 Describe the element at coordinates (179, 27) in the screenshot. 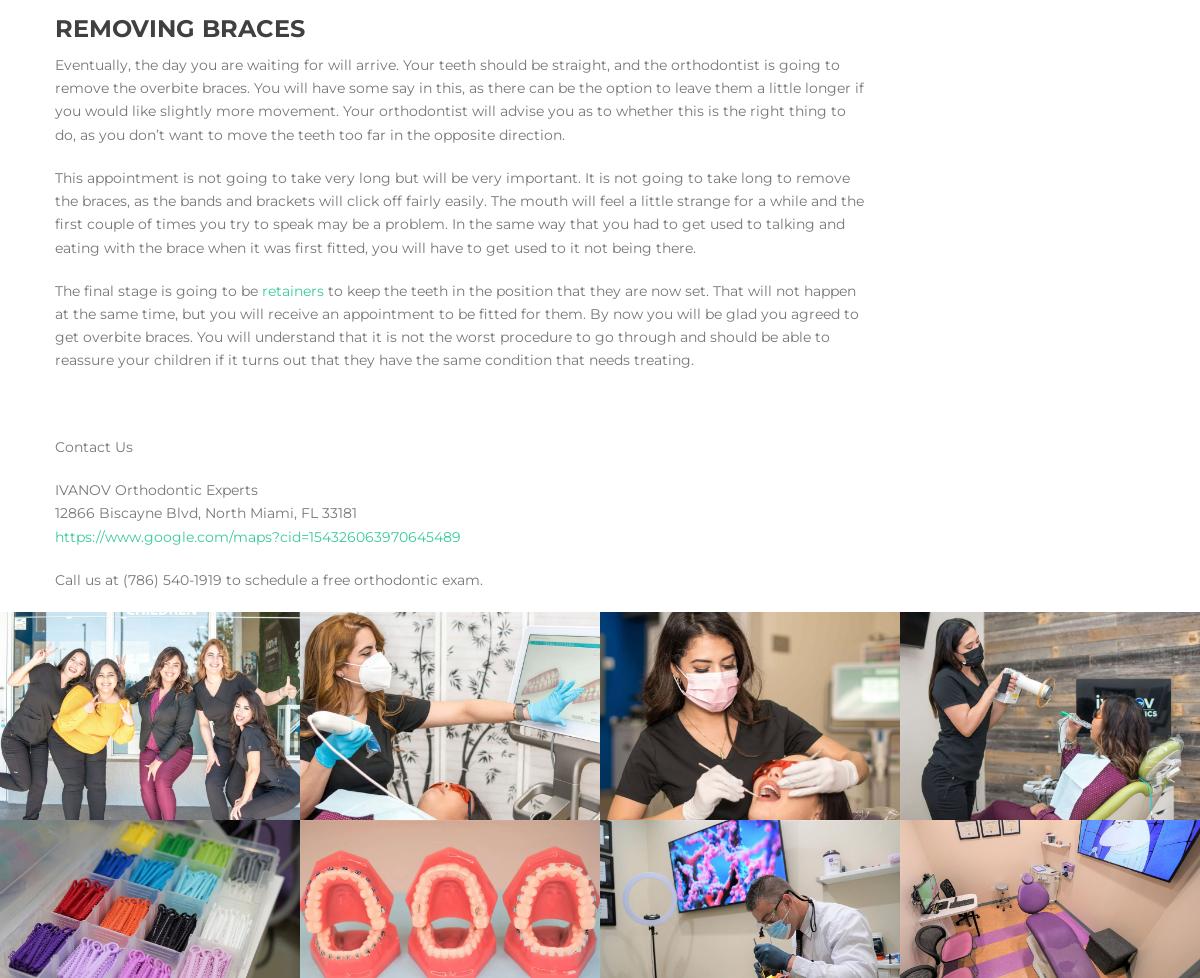

I see `'Removing braces'` at that location.